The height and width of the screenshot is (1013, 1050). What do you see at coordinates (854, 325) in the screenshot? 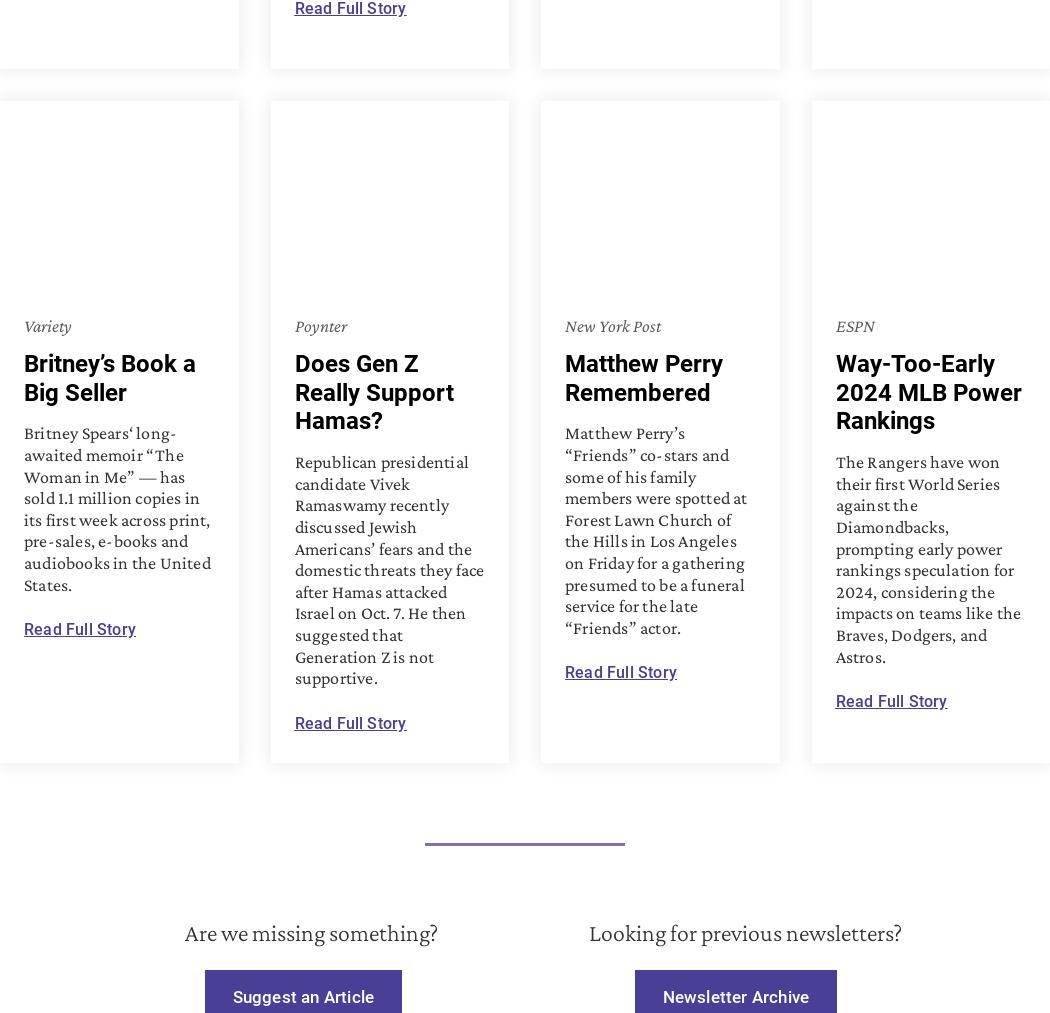
I see `'ESPN'` at bounding box center [854, 325].